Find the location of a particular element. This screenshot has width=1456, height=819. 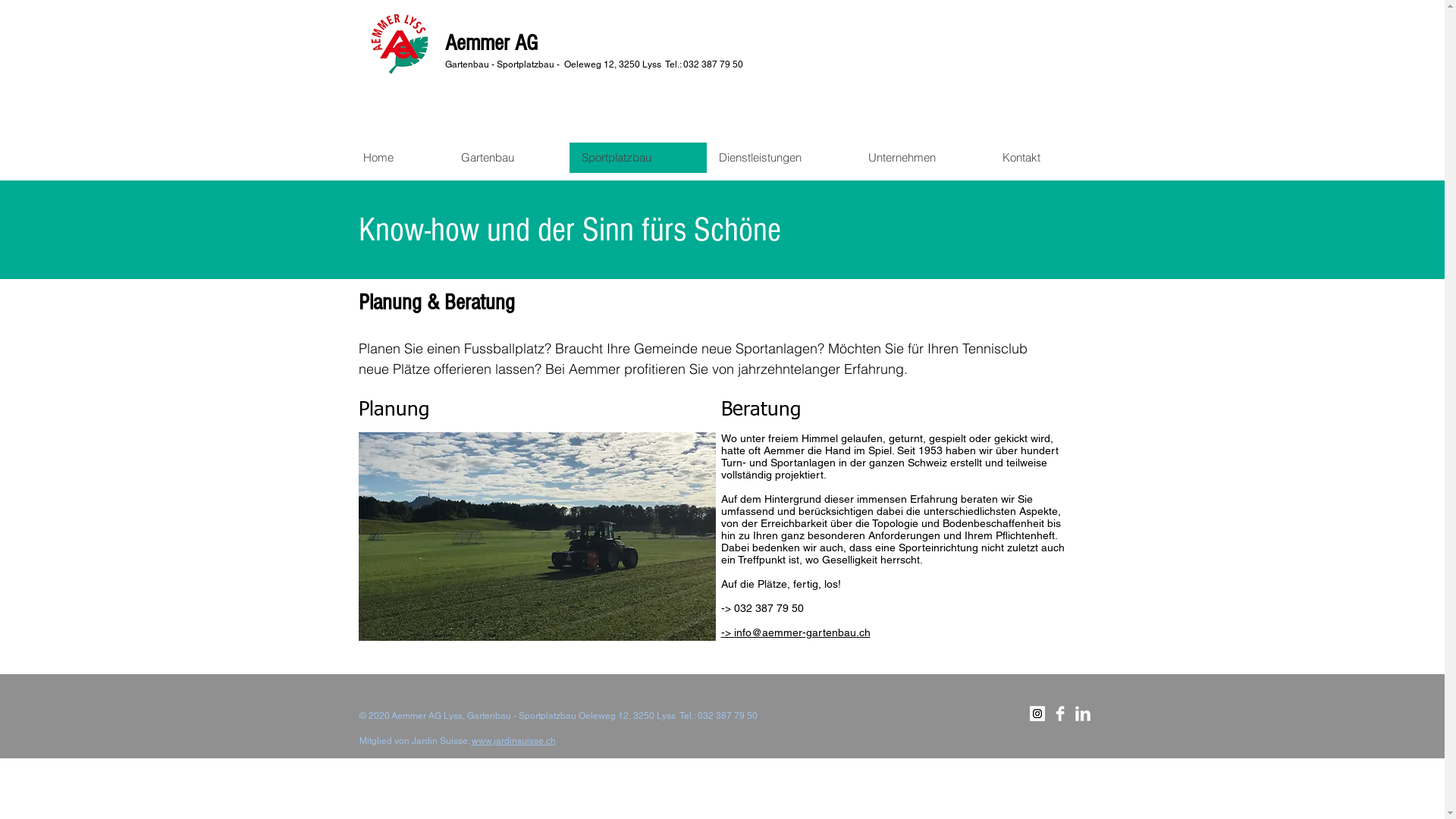

'-> info@aemmer-gartenbau.ch' is located at coordinates (794, 632).